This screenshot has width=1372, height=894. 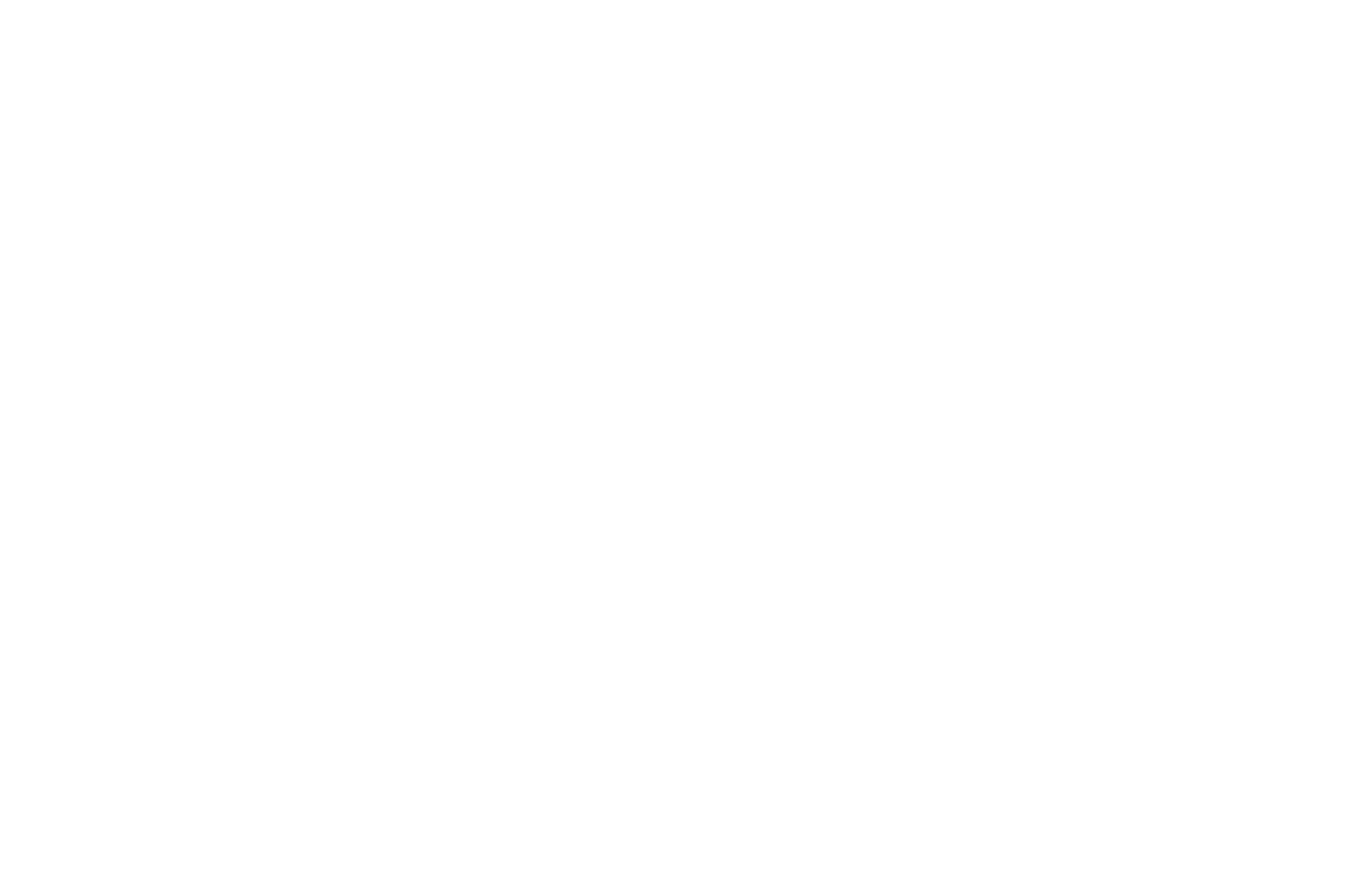 What do you see at coordinates (770, 574) in the screenshot?
I see `'Diplomvej 381, 2800 Kgs. Lyngby, Denmark'` at bounding box center [770, 574].